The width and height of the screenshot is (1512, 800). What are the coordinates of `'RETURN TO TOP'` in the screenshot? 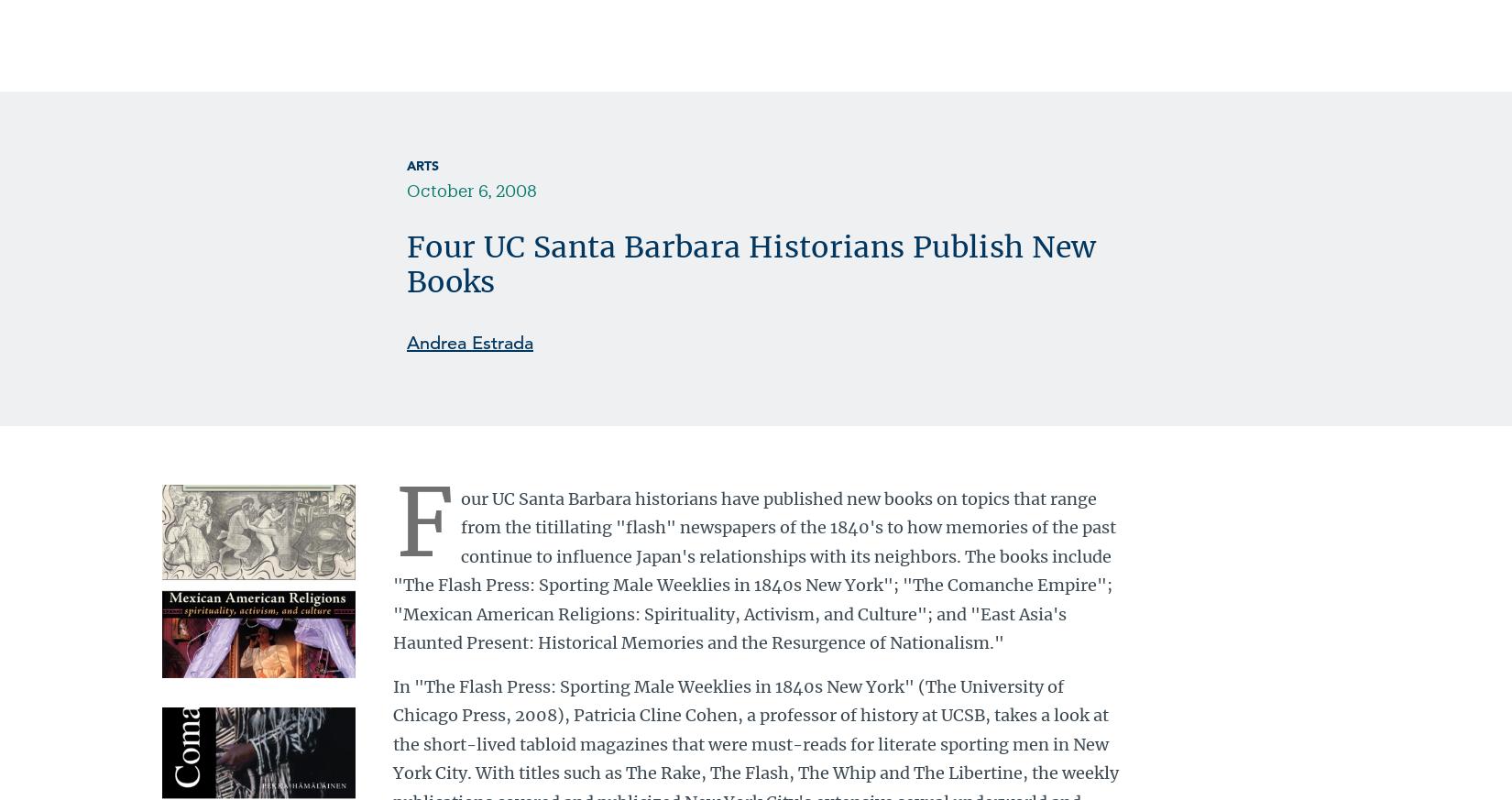 It's located at (466, 304).